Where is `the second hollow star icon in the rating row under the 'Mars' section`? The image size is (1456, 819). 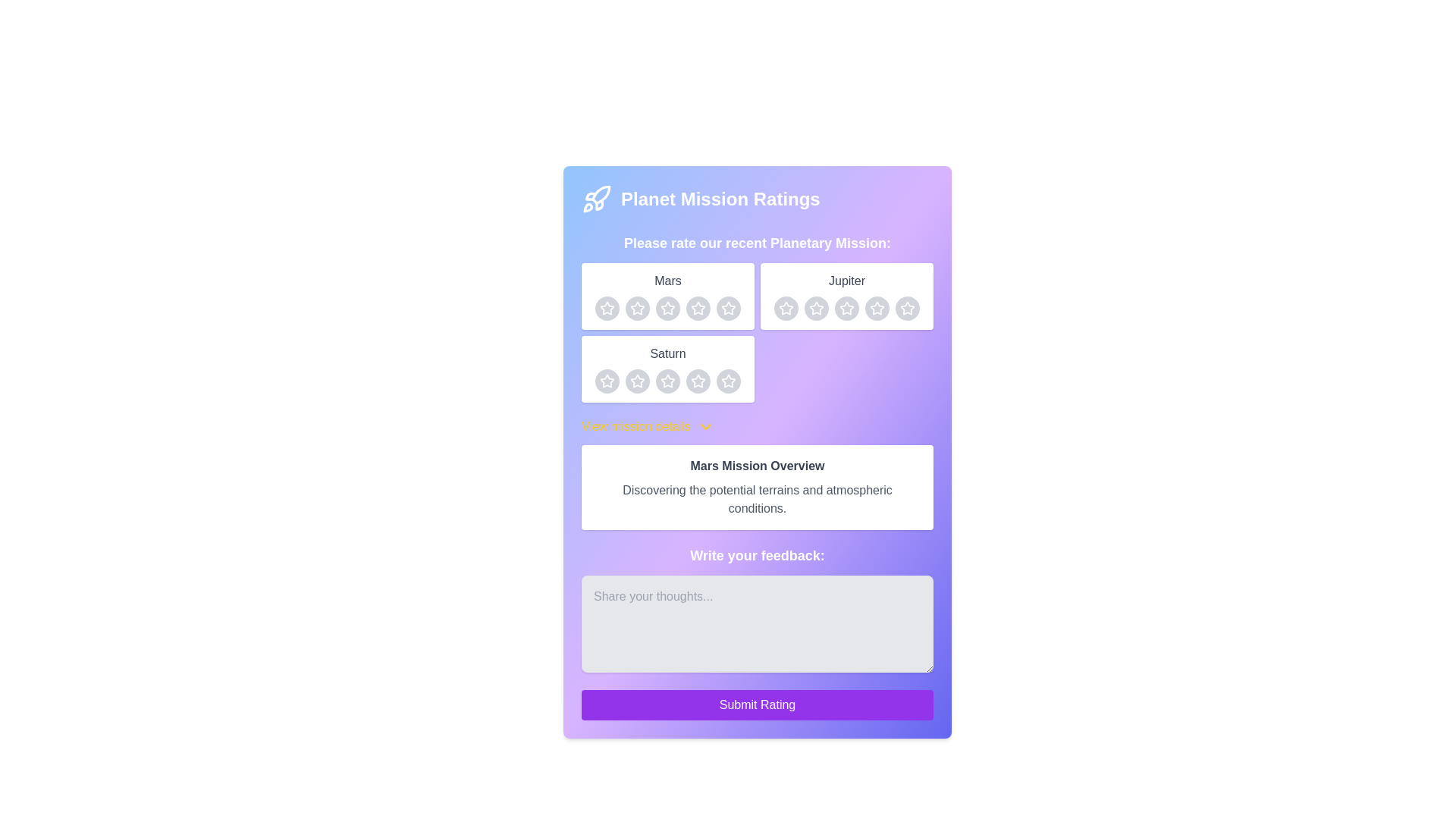 the second hollow star icon in the rating row under the 'Mars' section is located at coordinates (667, 307).